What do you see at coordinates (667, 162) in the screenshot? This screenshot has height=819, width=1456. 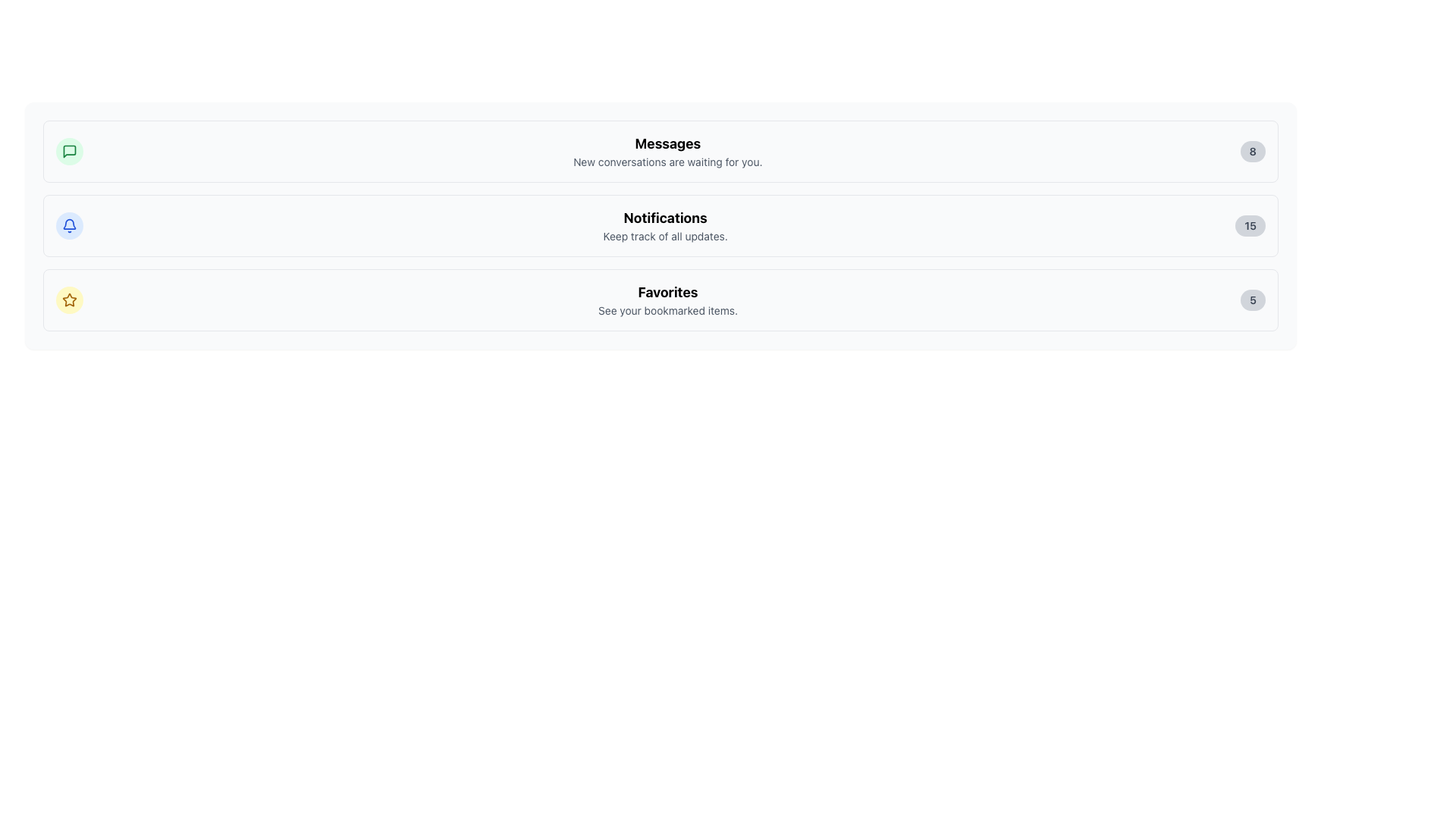 I see `the text label that says 'New conversations are waiting for you,' which is styled in a smaller gray font and located directly below the 'Messages' heading` at bounding box center [667, 162].